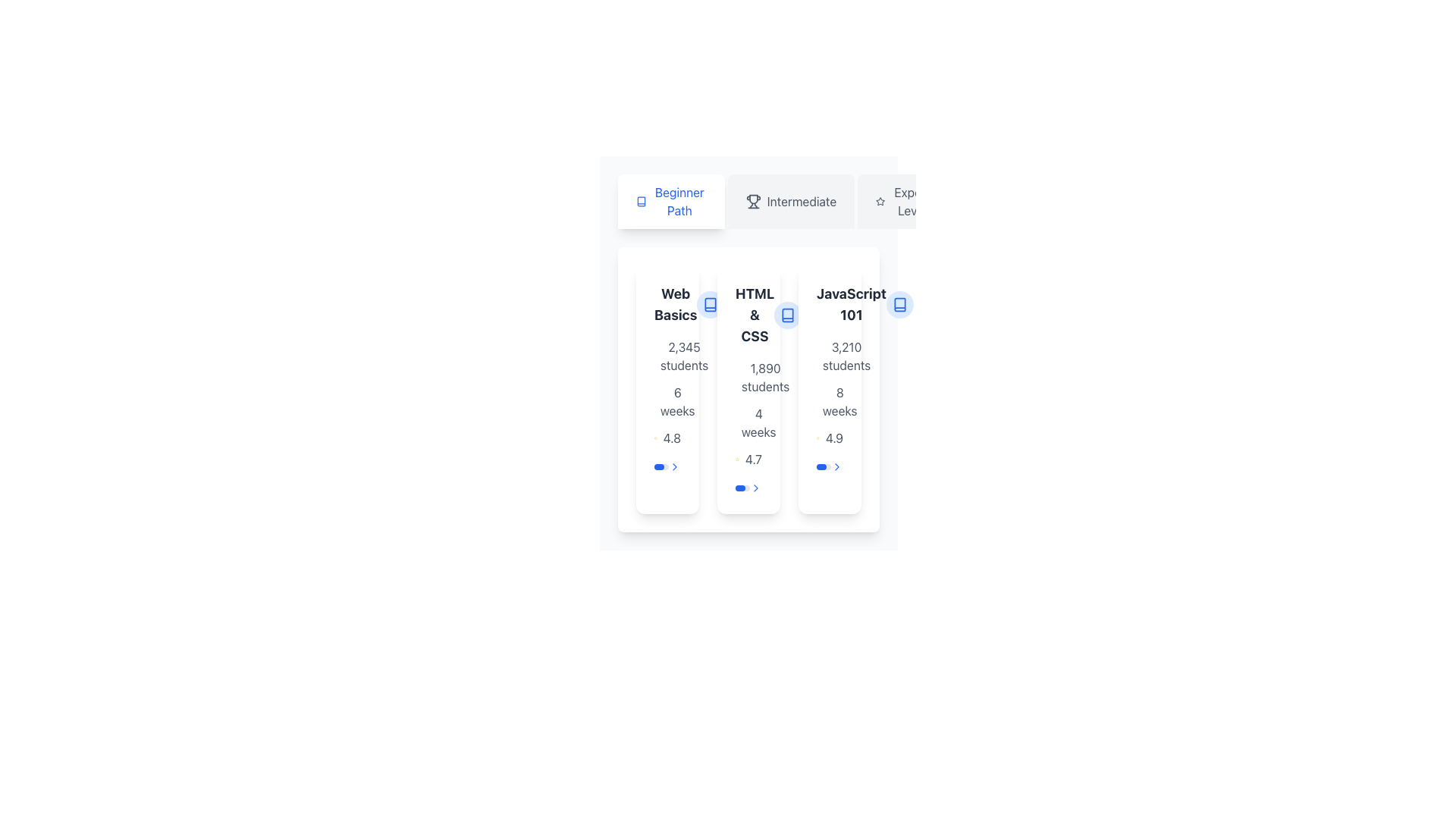 This screenshot has width=1456, height=819. I want to click on the text label displaying 'JavaScript 101', which is prominently styled in bold gray font at the top center of a course information card, so click(852, 304).